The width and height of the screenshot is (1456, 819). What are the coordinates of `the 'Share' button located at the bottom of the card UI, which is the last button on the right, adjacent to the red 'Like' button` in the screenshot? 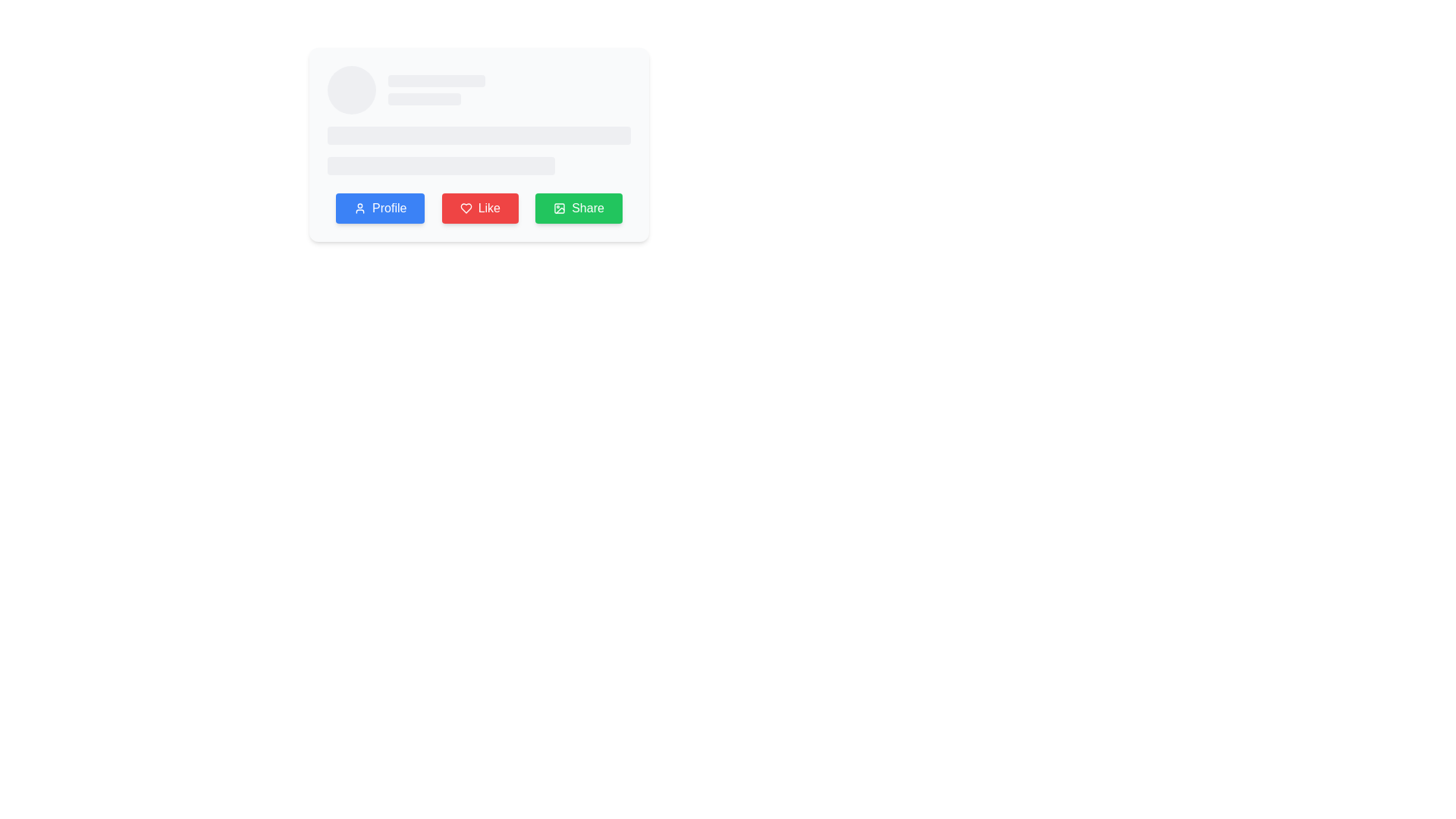 It's located at (578, 208).